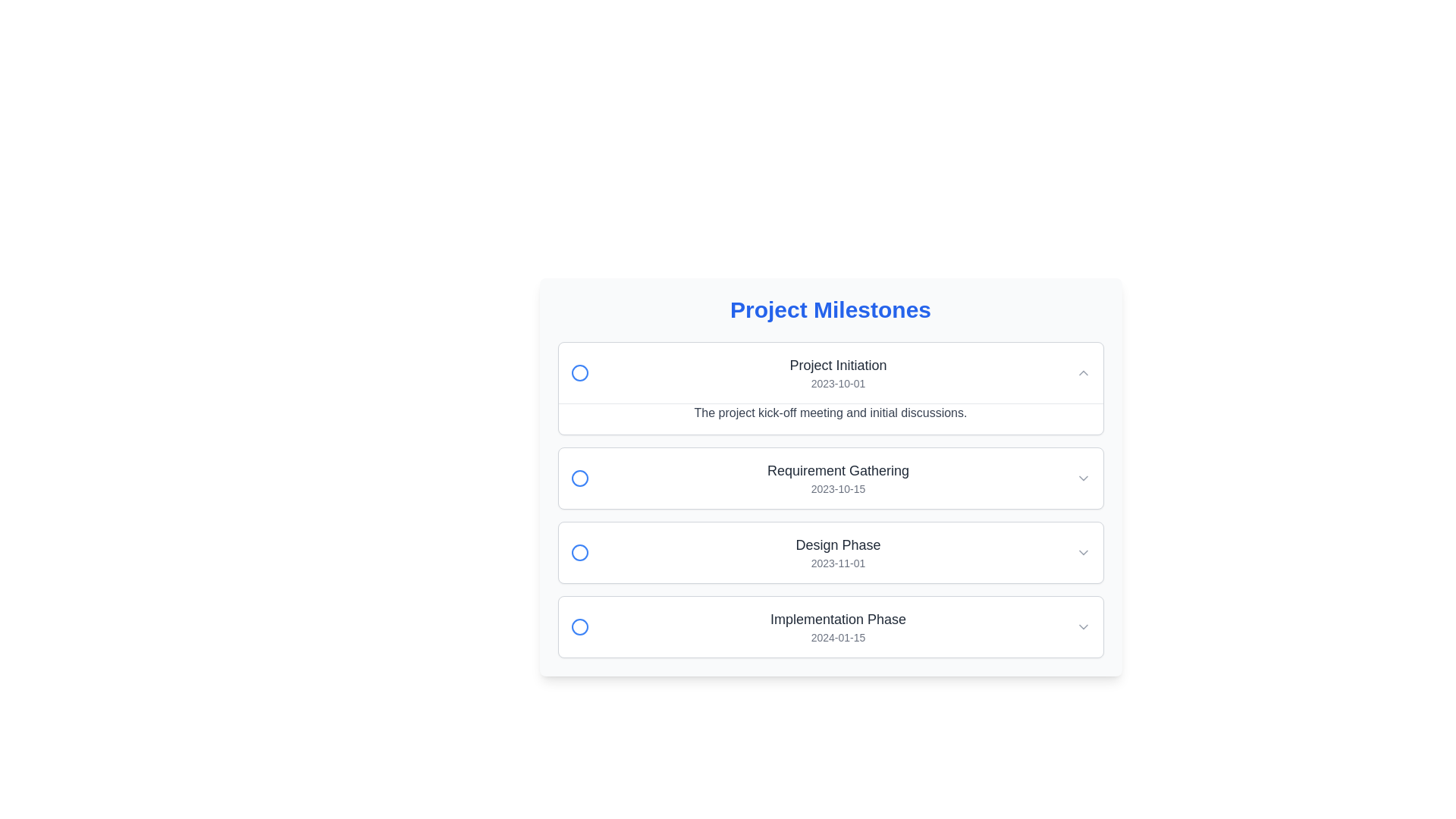  Describe the element at coordinates (837, 373) in the screenshot. I see `text information displayed in the 'Project Initiation' text-based UI component located above the date '2023-10-01' within the first item of the 'Project Milestones' vertical list` at that location.